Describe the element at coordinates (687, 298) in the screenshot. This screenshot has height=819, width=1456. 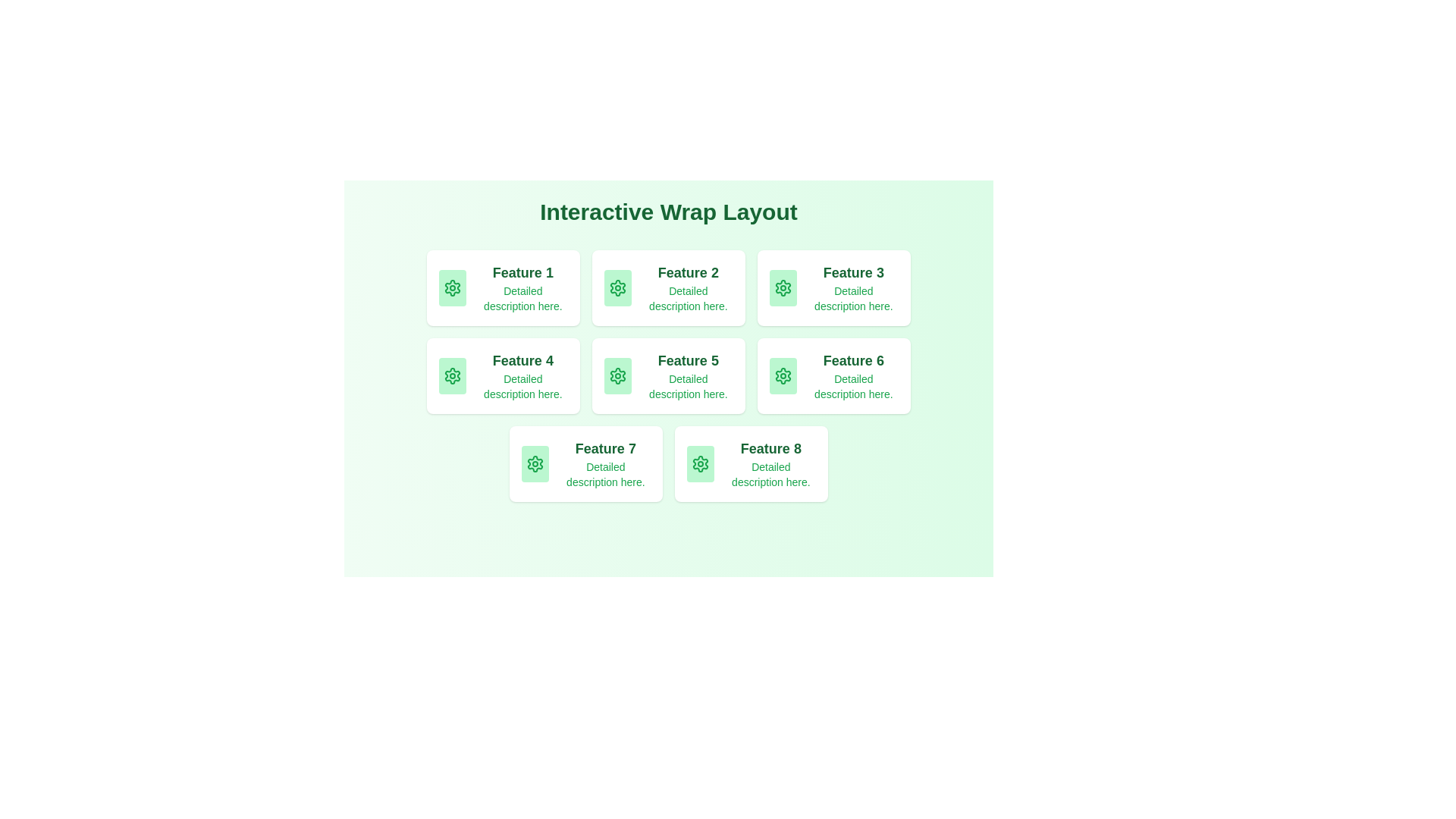
I see `text from the Text Label displaying 'Detailed description here.' which is styled in green and located below the title 'Feature 2.'` at that location.